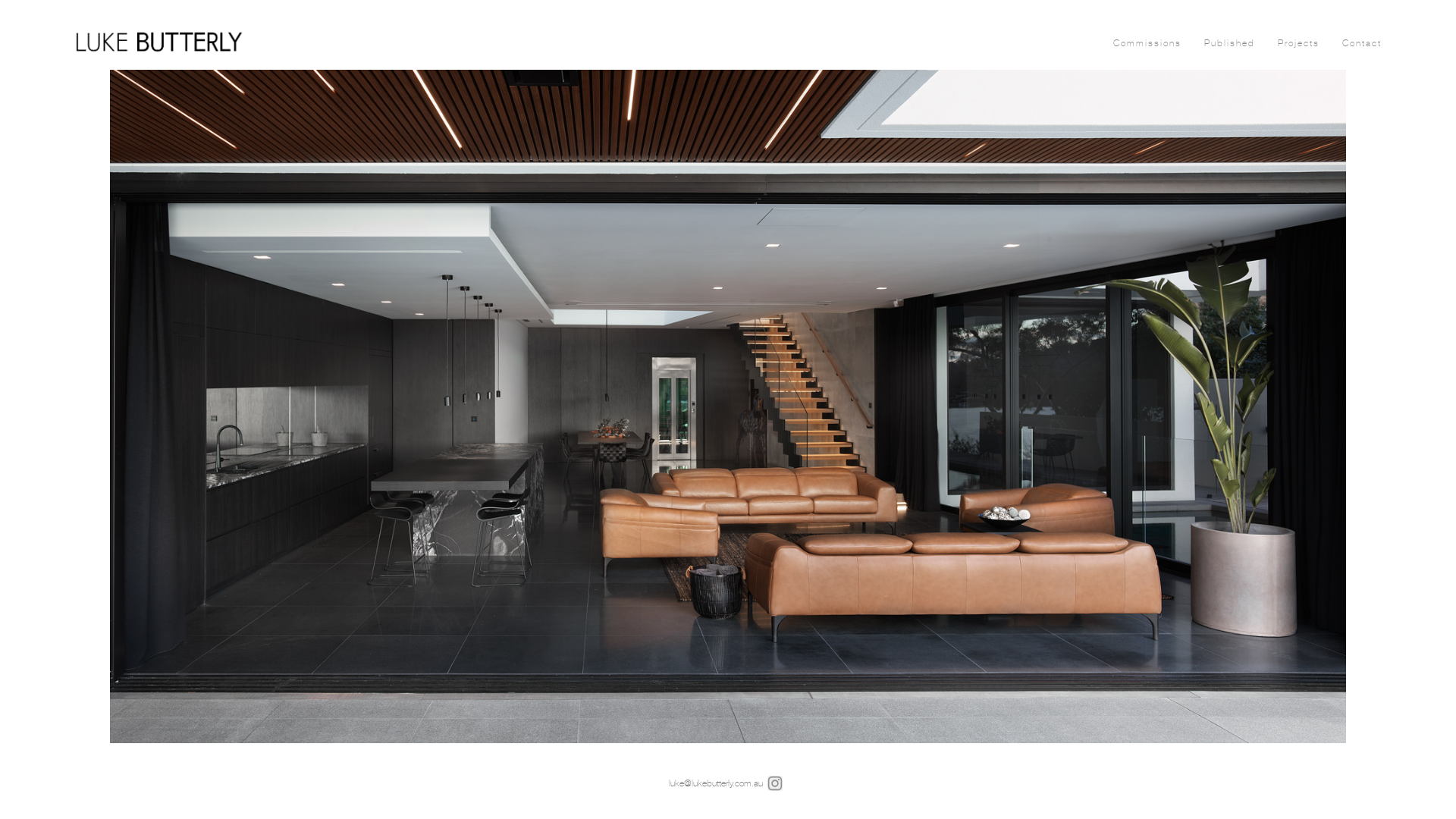  I want to click on 'Contact', so click(1361, 42).